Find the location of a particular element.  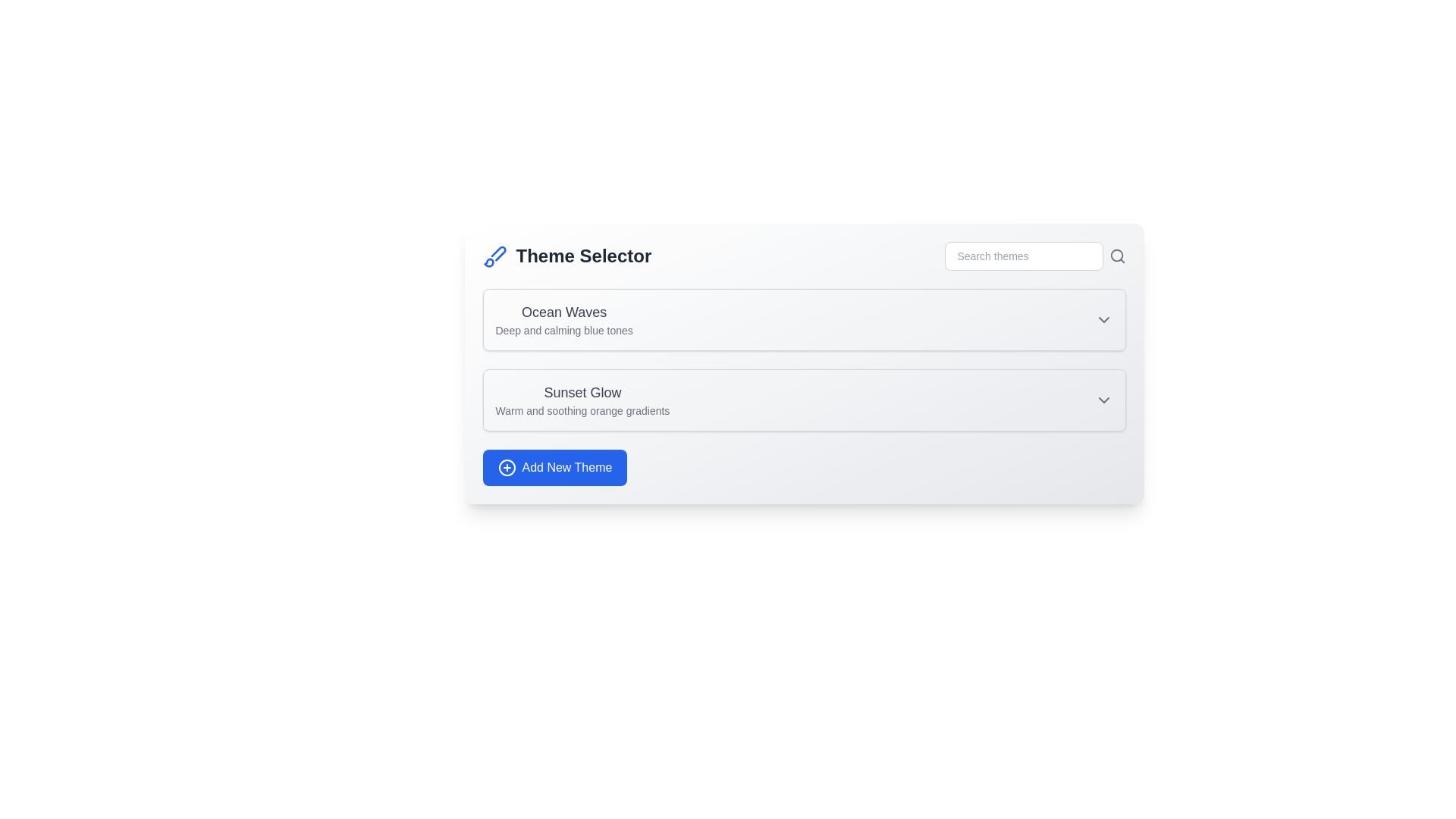

accessibility attributes of the selectable list item titled 'Ocean Waves', which is the uppermost option in the vertical selection list is located at coordinates (803, 318).